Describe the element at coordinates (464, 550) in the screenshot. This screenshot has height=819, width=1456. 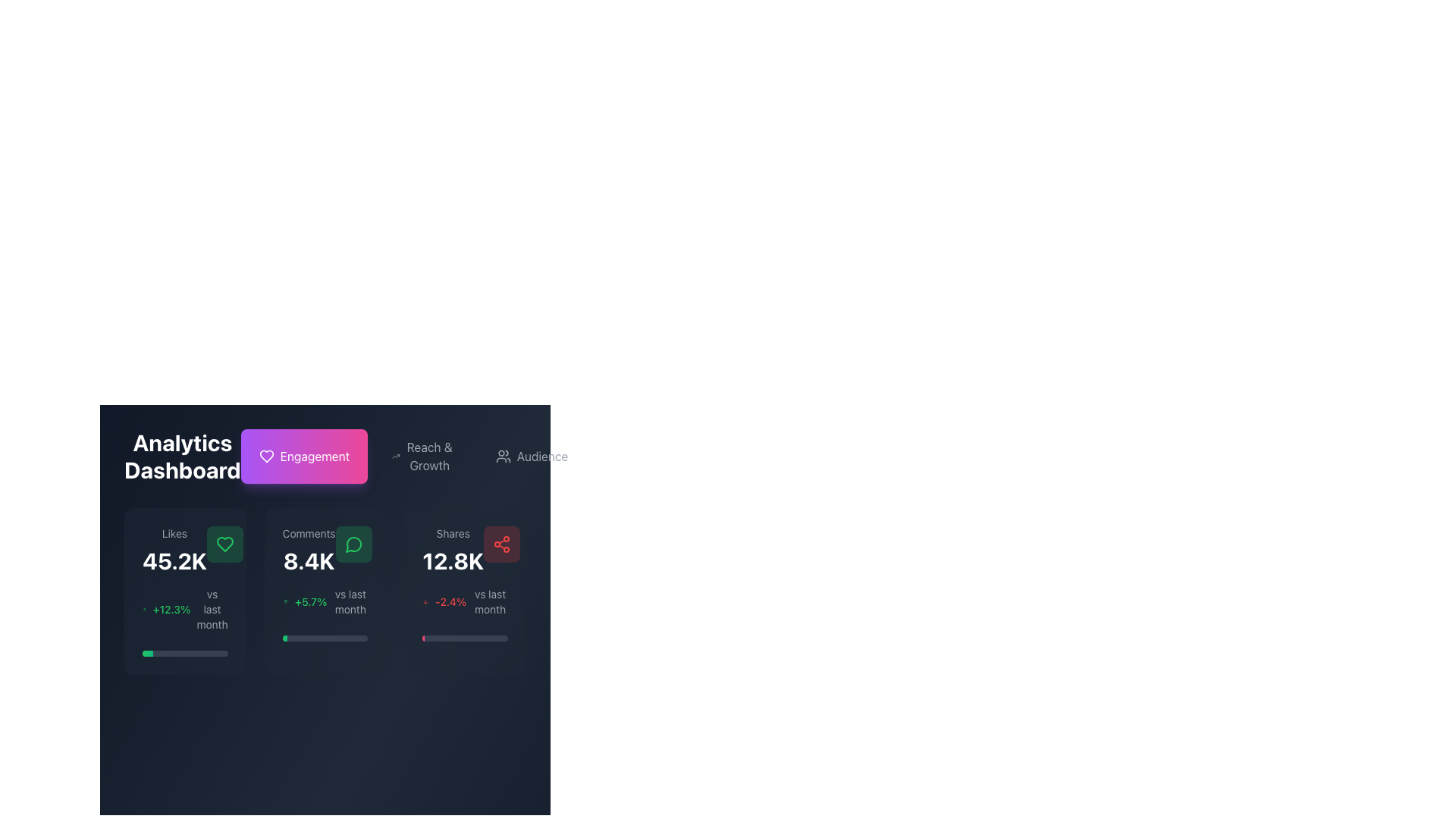
I see `the Text Display and Icon Combination that shows '12.8K' with 'Shares' above it, located in the third column of the dashboard interface` at that location.